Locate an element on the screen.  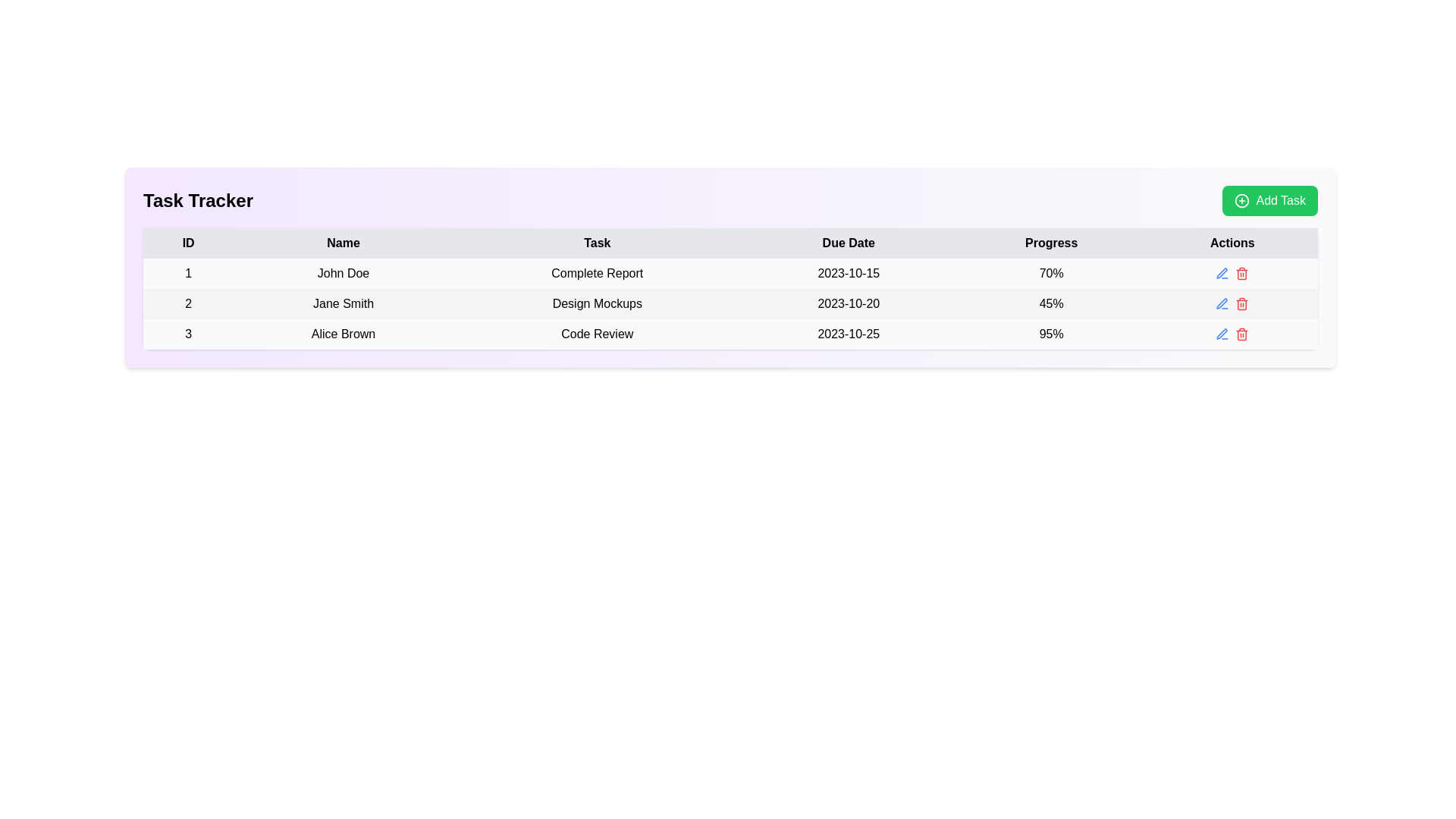
the second row in the task tracking table containing the entry for 'Jane Smith' with the ID '2' by clicking on it is located at coordinates (730, 304).